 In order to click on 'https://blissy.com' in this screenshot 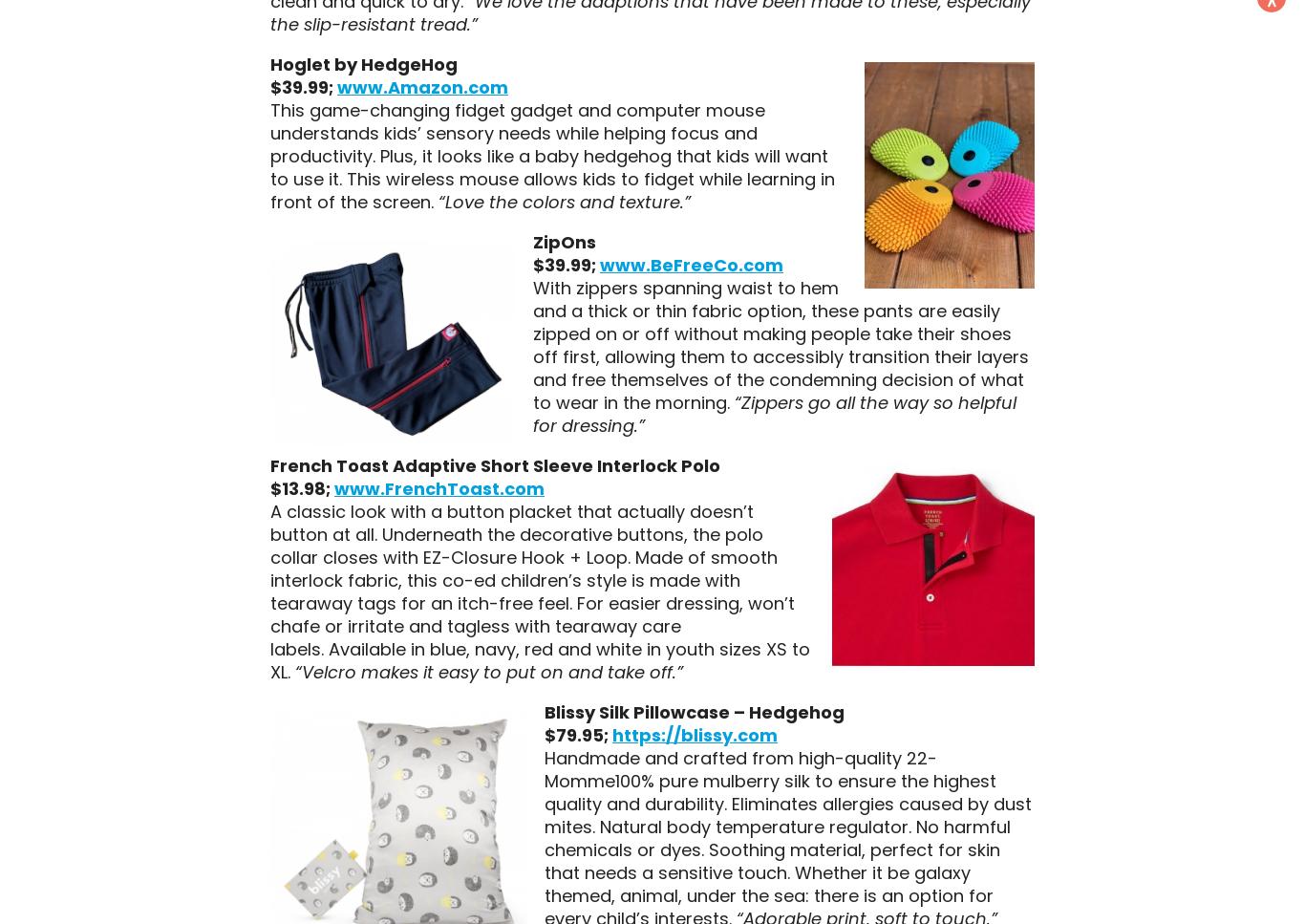, I will do `click(694, 734)`.